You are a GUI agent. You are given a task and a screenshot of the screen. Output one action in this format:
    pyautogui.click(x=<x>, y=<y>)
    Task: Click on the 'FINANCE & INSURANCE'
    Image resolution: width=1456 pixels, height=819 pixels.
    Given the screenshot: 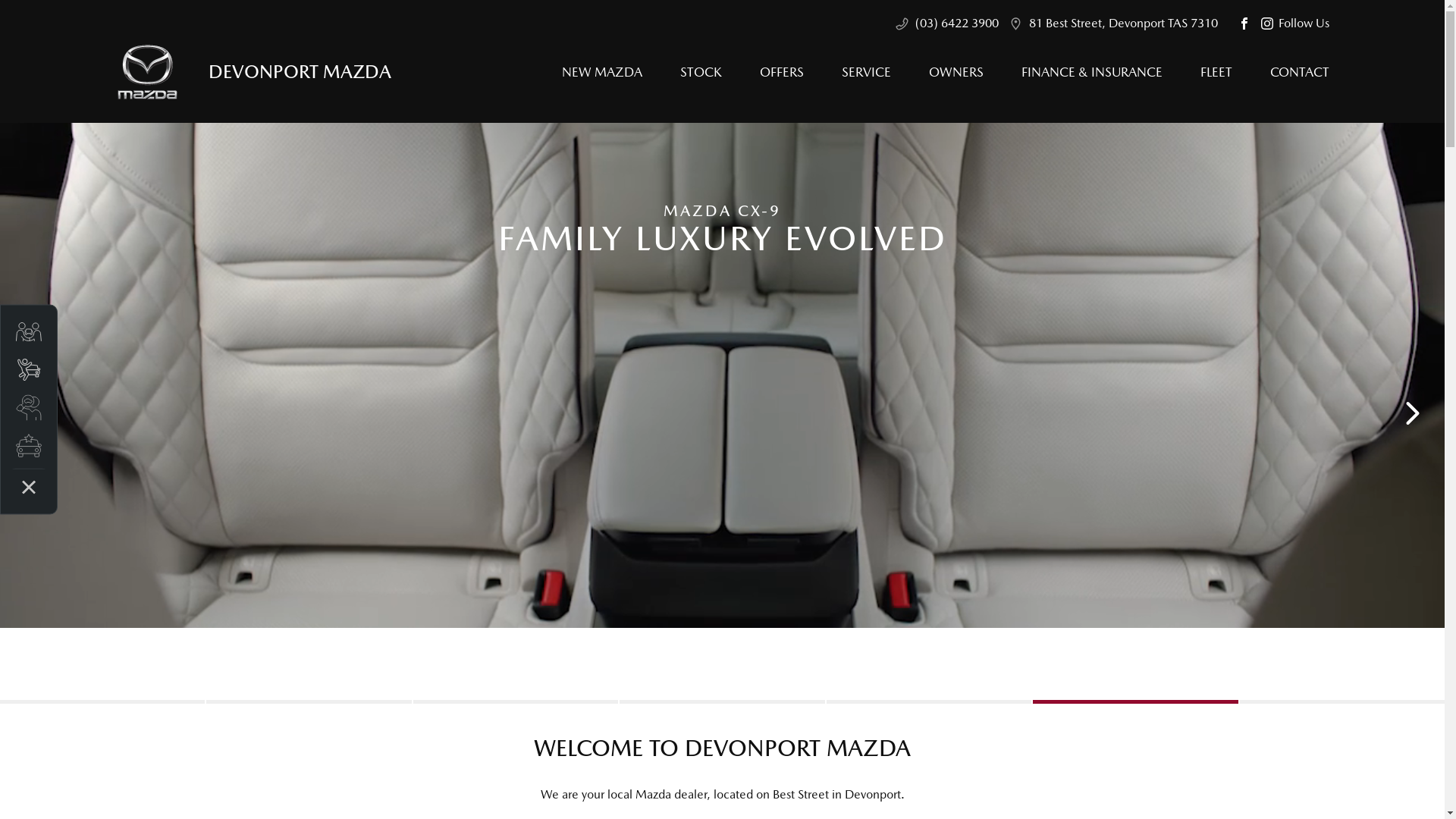 What is the action you would take?
    pyautogui.click(x=1092, y=72)
    